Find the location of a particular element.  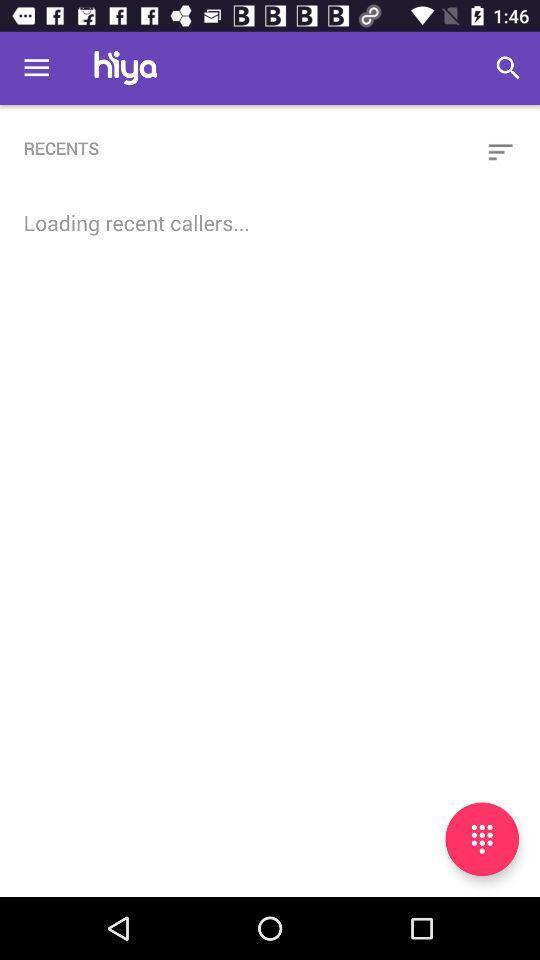

open numberpad is located at coordinates (481, 839).